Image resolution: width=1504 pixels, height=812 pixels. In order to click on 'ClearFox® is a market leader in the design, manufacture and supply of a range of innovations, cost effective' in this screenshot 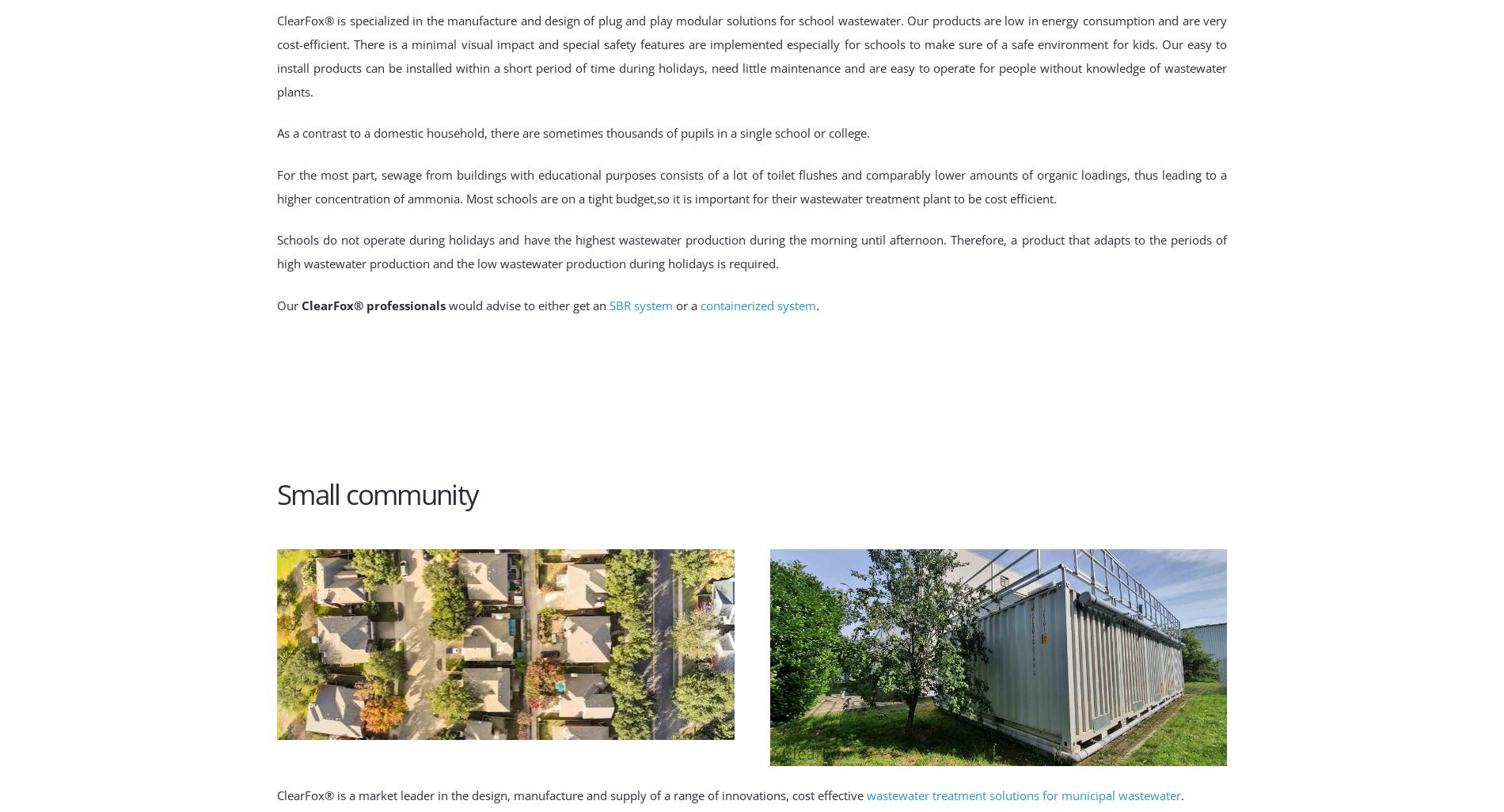, I will do `click(275, 794)`.